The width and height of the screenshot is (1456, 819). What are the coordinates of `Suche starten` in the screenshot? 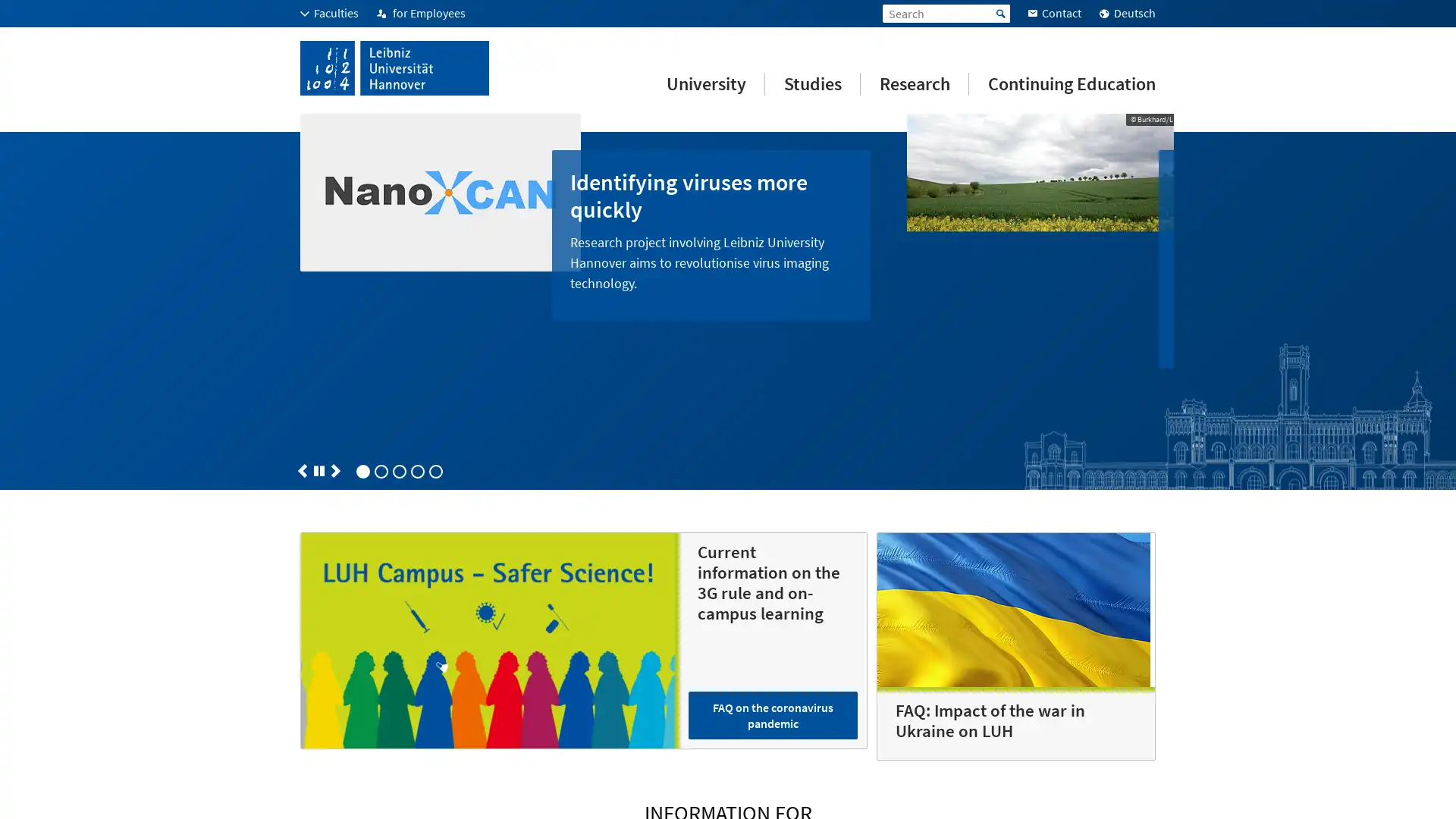 It's located at (1001, 14).